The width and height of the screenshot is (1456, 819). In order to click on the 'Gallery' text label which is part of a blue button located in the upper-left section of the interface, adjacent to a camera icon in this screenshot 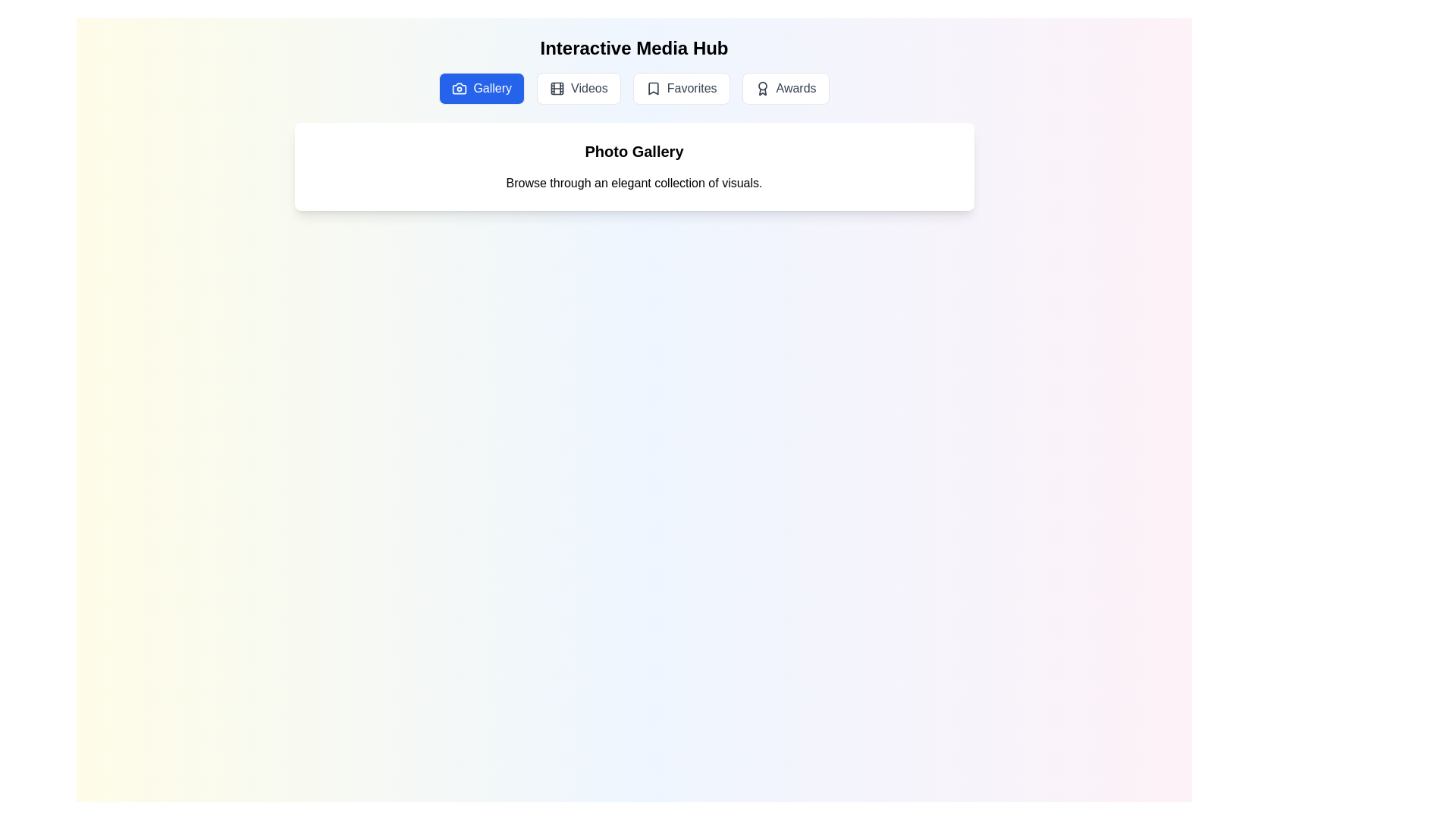, I will do `click(492, 88)`.